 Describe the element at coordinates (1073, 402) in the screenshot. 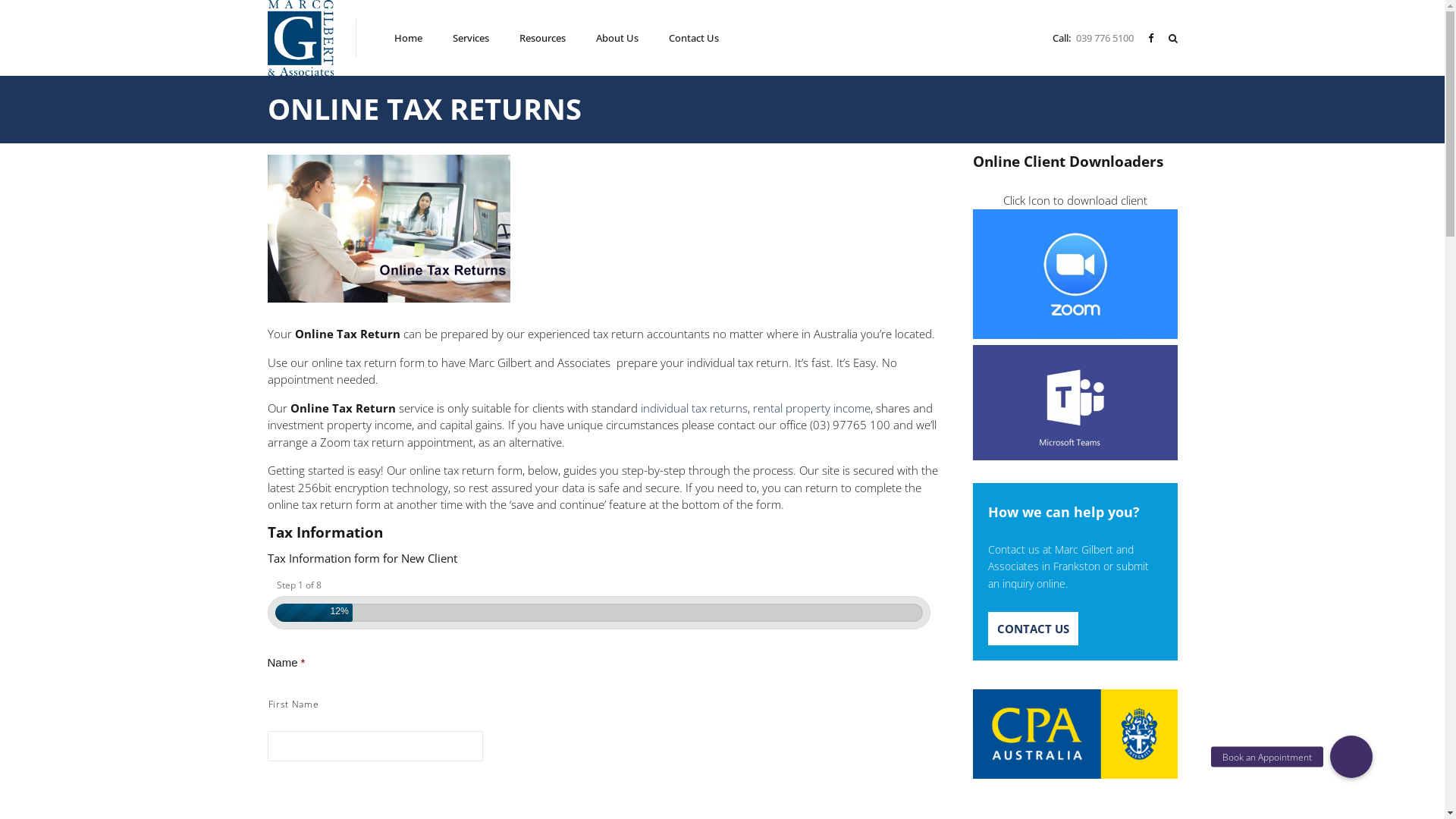

I see `'Teams'` at that location.